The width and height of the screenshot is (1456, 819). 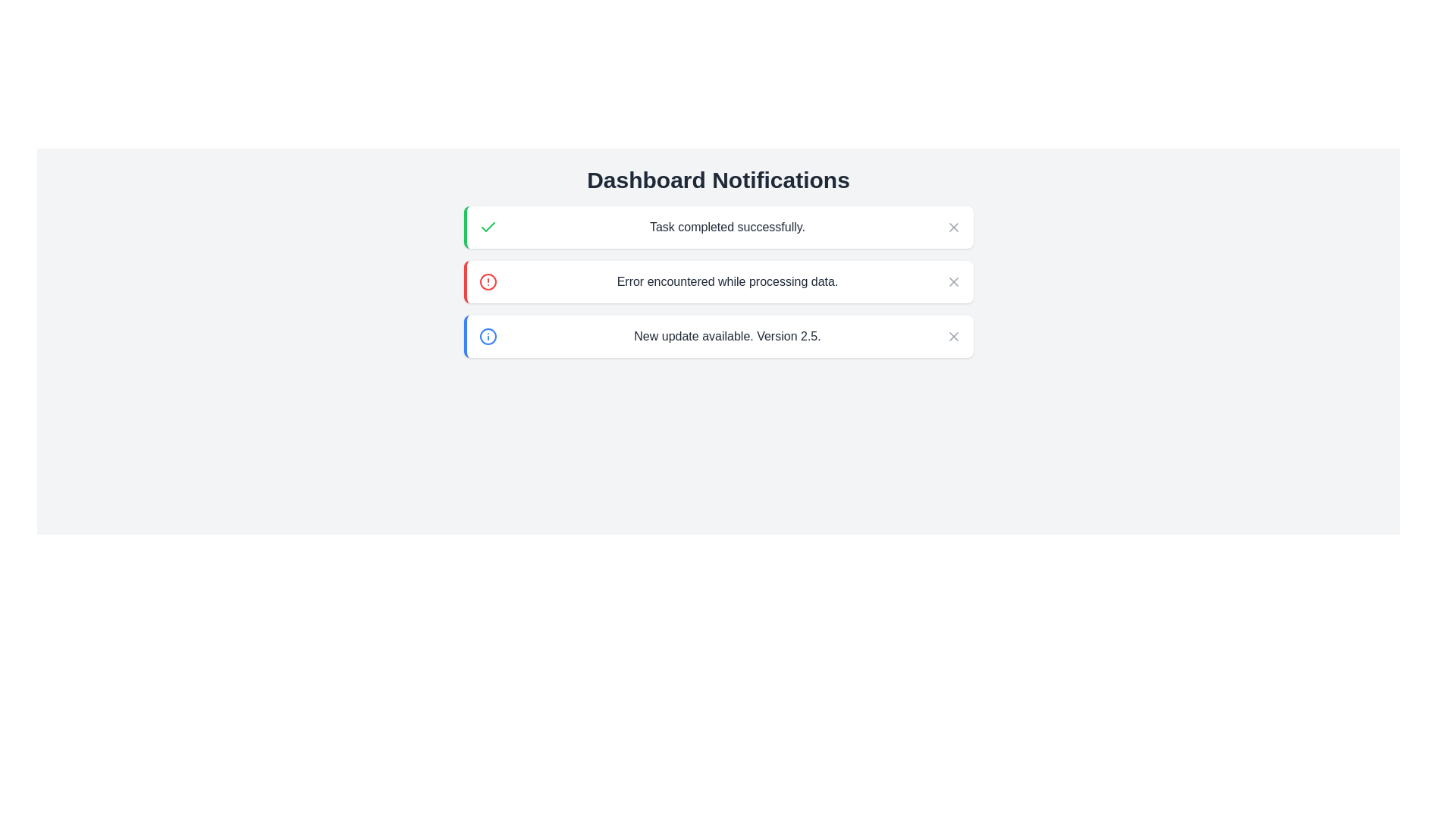 I want to click on information conveyed in the text content element regarding the new software update, version 2.5, located in the third notification card at the bottom of the list, so click(x=726, y=335).